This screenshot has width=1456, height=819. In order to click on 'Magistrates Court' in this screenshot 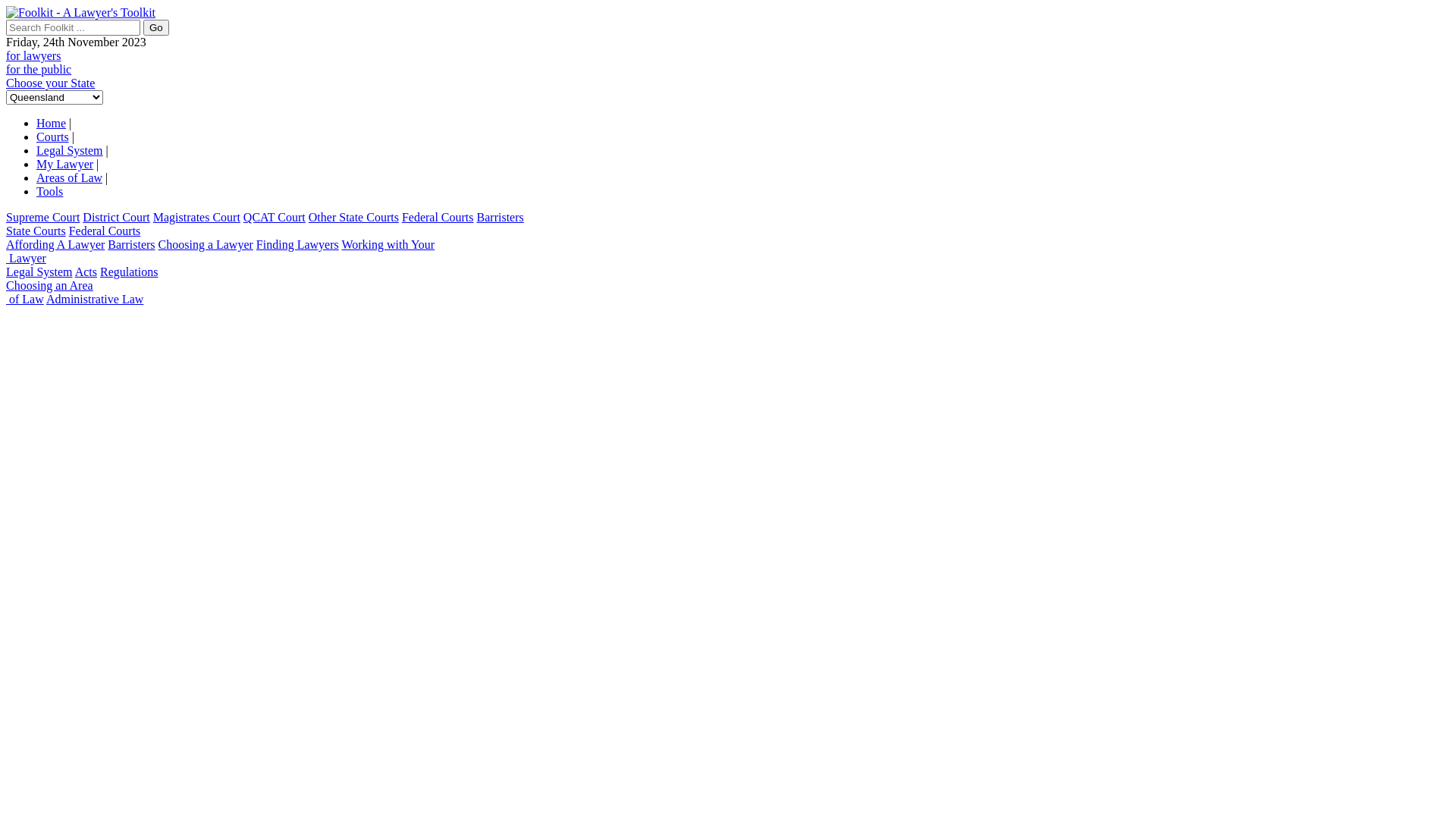, I will do `click(196, 217)`.